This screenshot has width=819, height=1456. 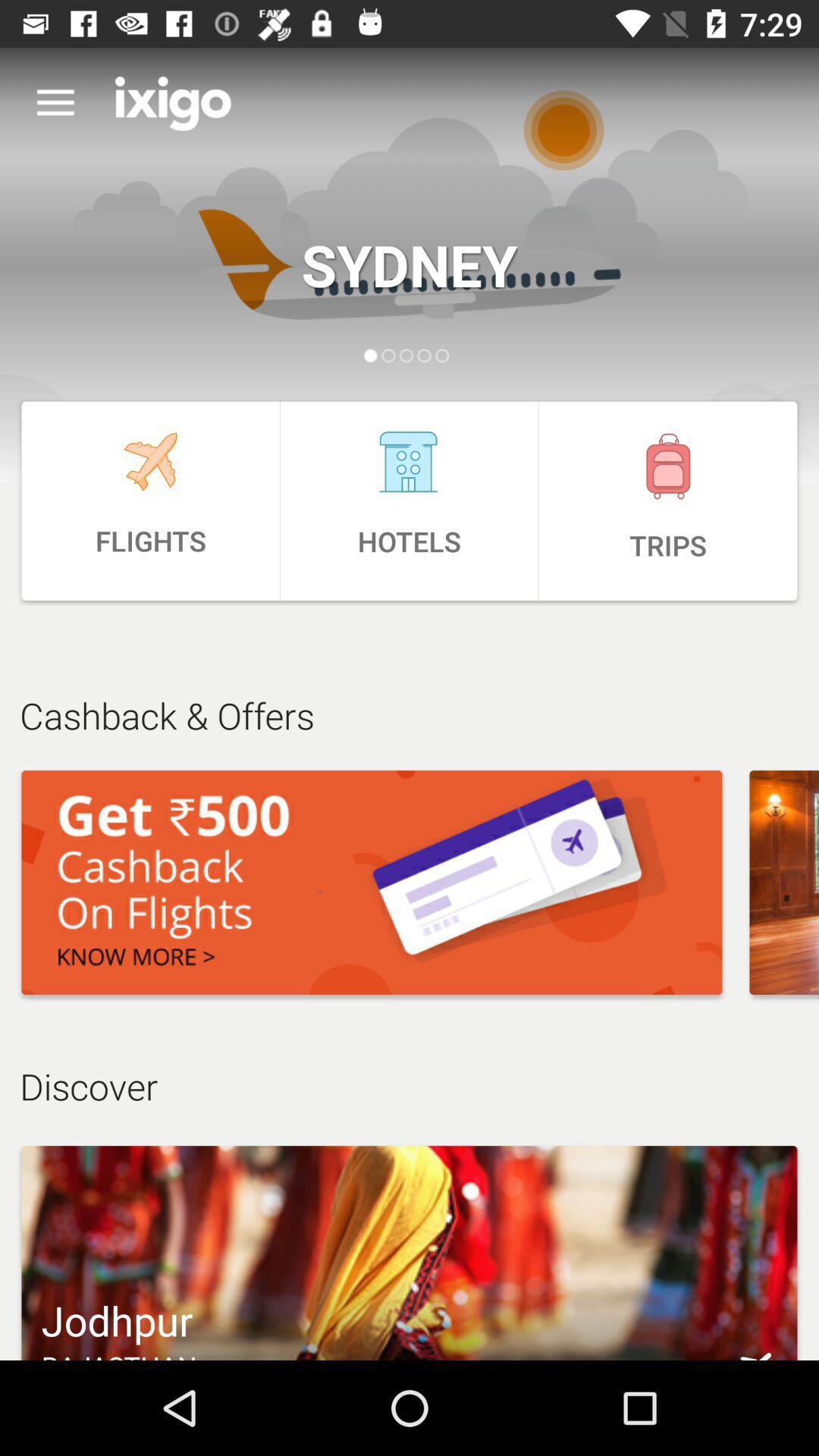 I want to click on the icon above the cashback & offers, so click(x=409, y=500).